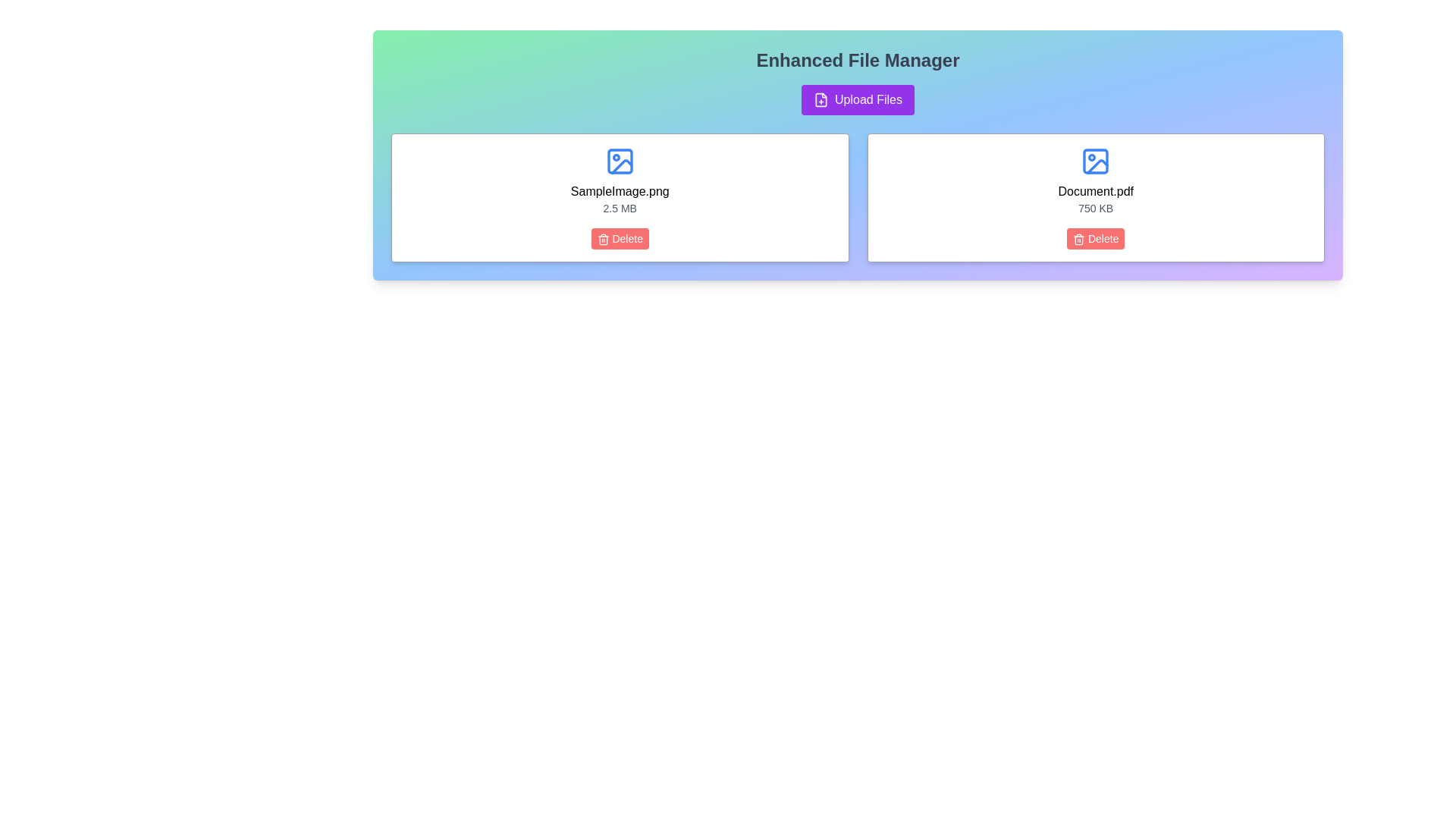  Describe the element at coordinates (858, 99) in the screenshot. I see `the upload button located below the 'Enhanced File Manager' title to initiate the file upload dialog` at that location.